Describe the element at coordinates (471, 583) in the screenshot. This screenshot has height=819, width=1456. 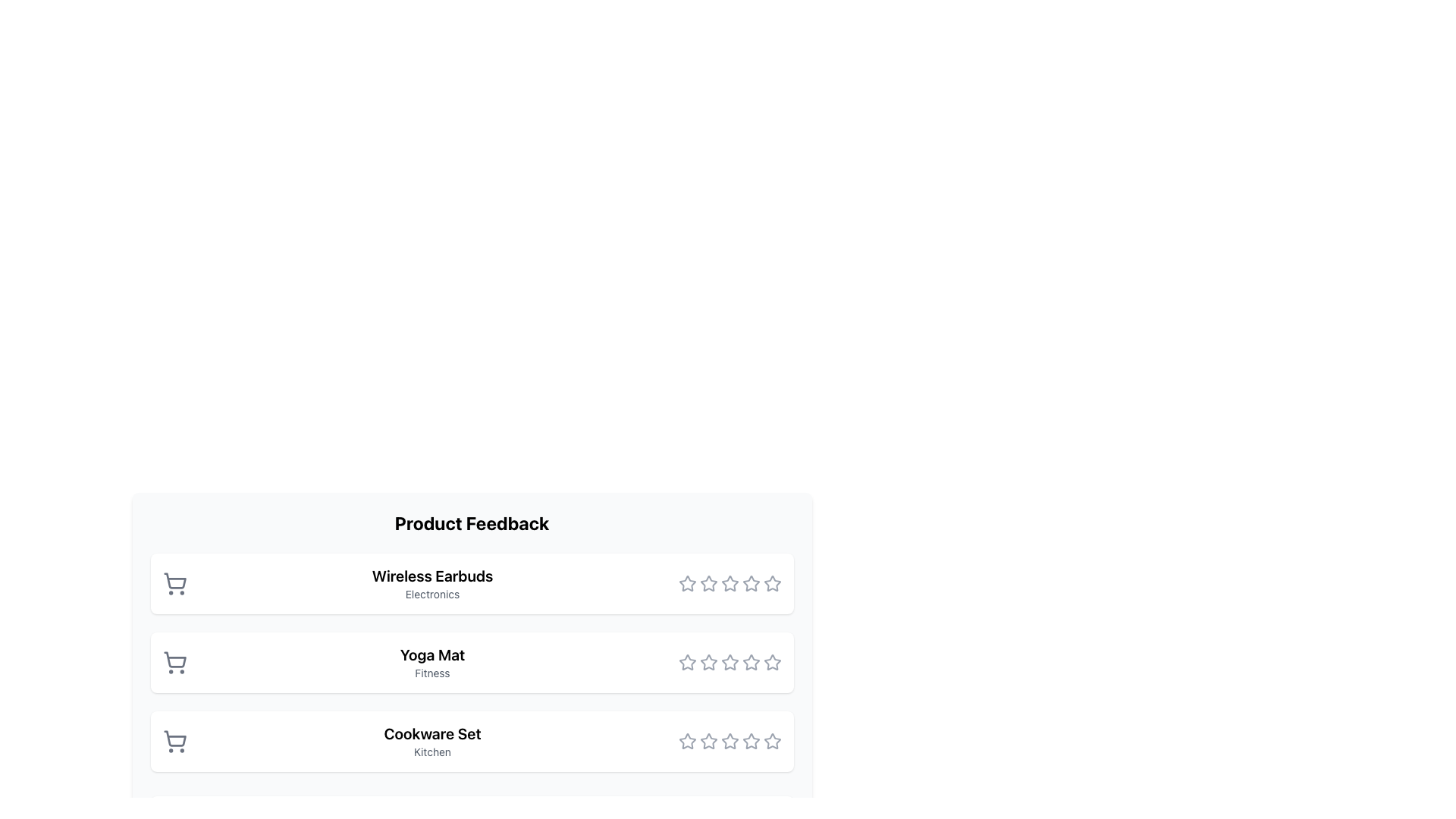
I see `the first card in the 'Product Feedback' section, which features the text 'Wireless Earbuds' in bold and has a cart icon on the left and five outlined stars on the right` at that location.